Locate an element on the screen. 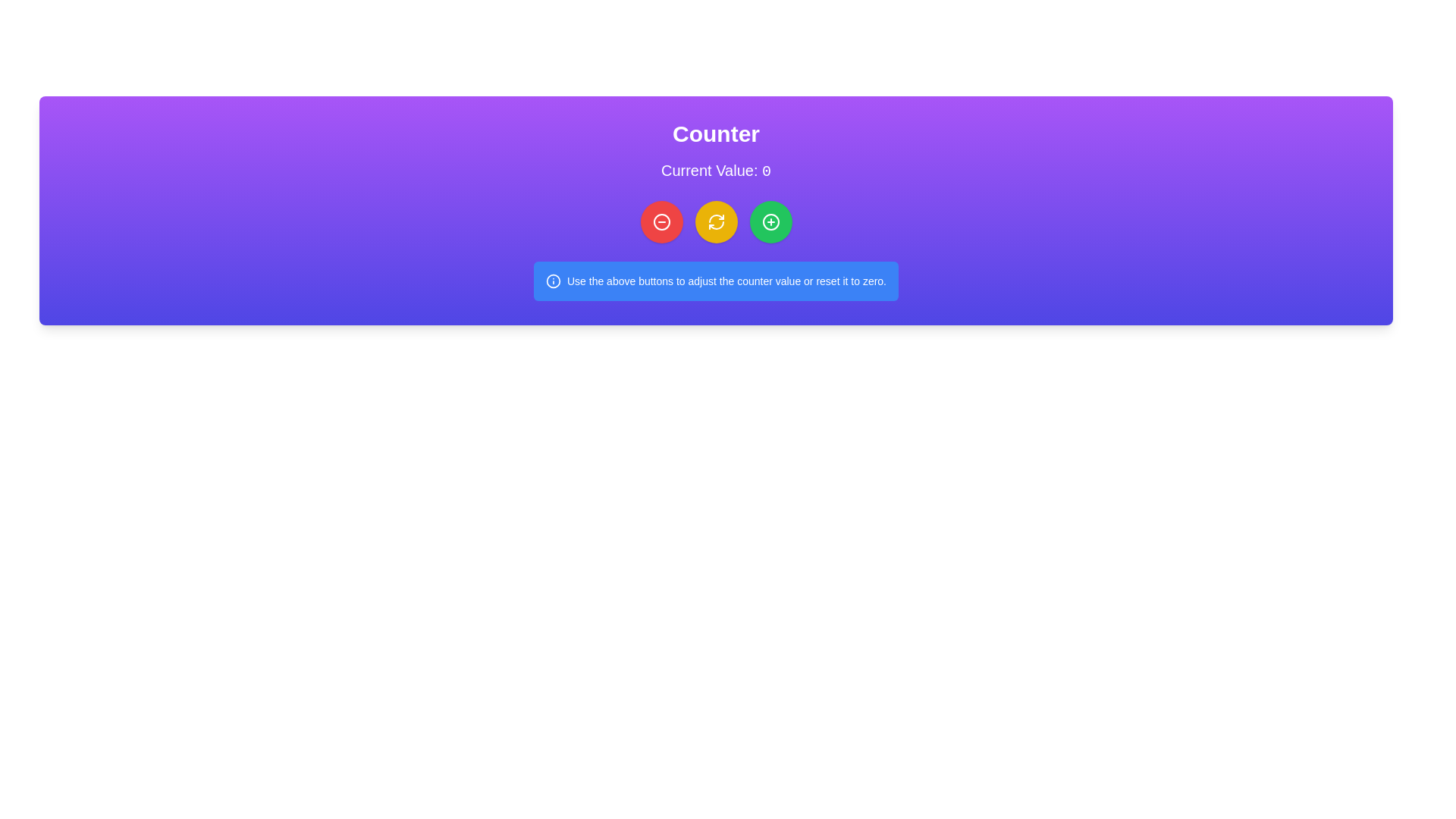 The height and width of the screenshot is (819, 1456). the red circular icon button, which has a white border and a white horizontal line resembling a minus sign, for animations is located at coordinates (661, 222).